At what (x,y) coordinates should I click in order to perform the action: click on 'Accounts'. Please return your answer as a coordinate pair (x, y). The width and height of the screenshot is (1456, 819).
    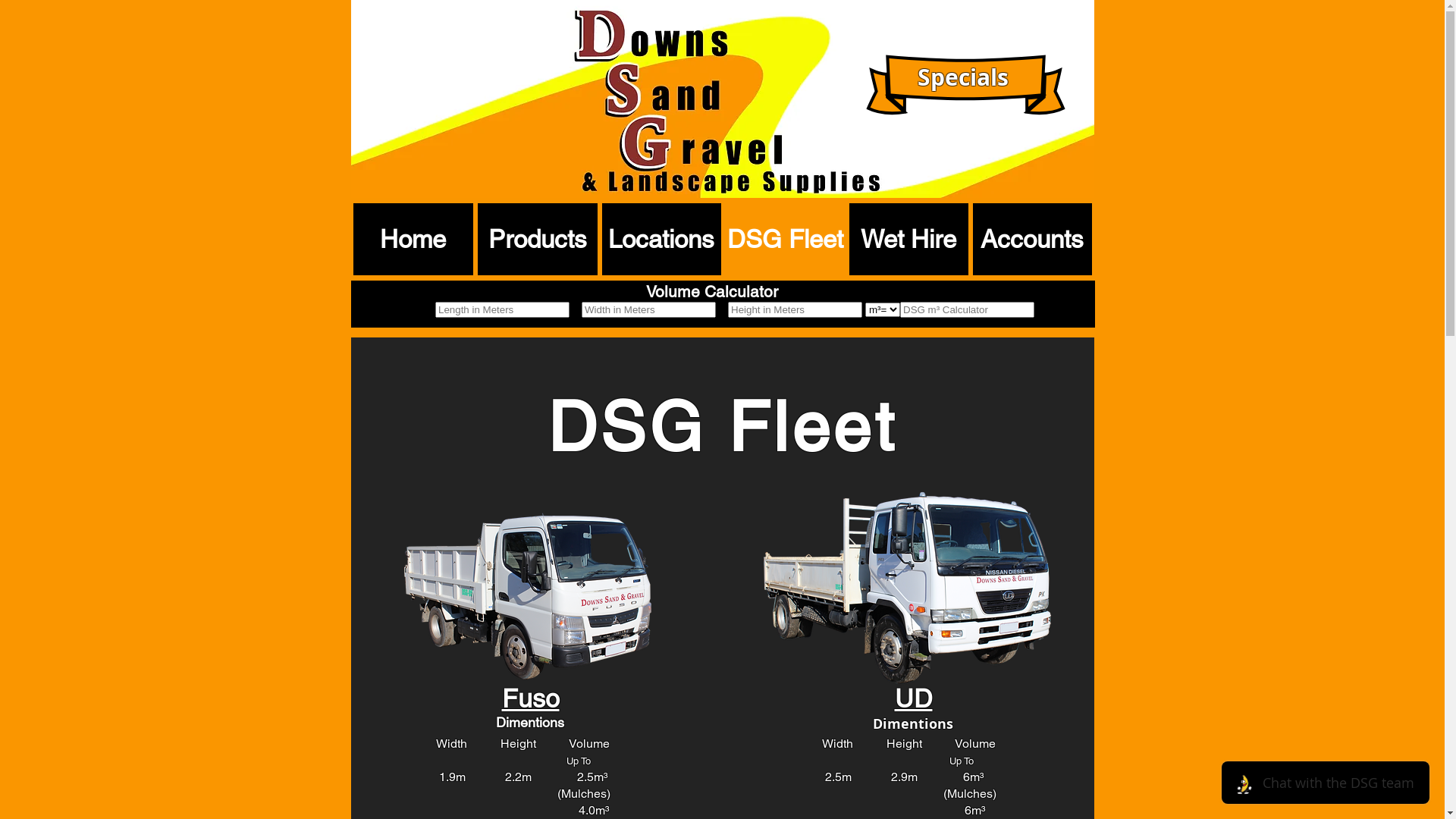
    Looking at the image, I should click on (1031, 239).